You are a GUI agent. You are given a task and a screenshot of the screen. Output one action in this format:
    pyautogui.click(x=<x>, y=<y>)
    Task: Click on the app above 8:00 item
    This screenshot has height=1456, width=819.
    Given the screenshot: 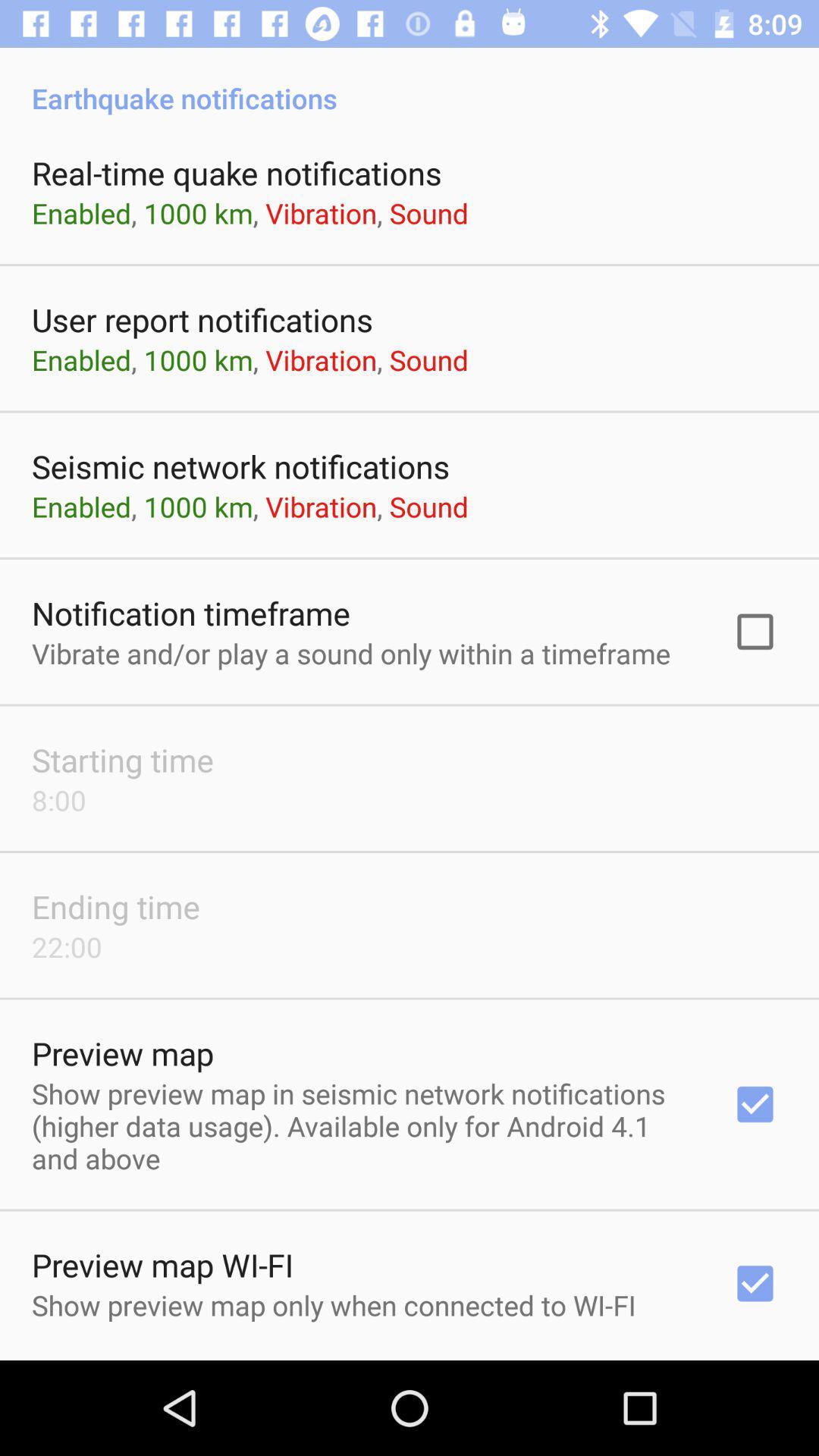 What is the action you would take?
    pyautogui.click(x=122, y=760)
    